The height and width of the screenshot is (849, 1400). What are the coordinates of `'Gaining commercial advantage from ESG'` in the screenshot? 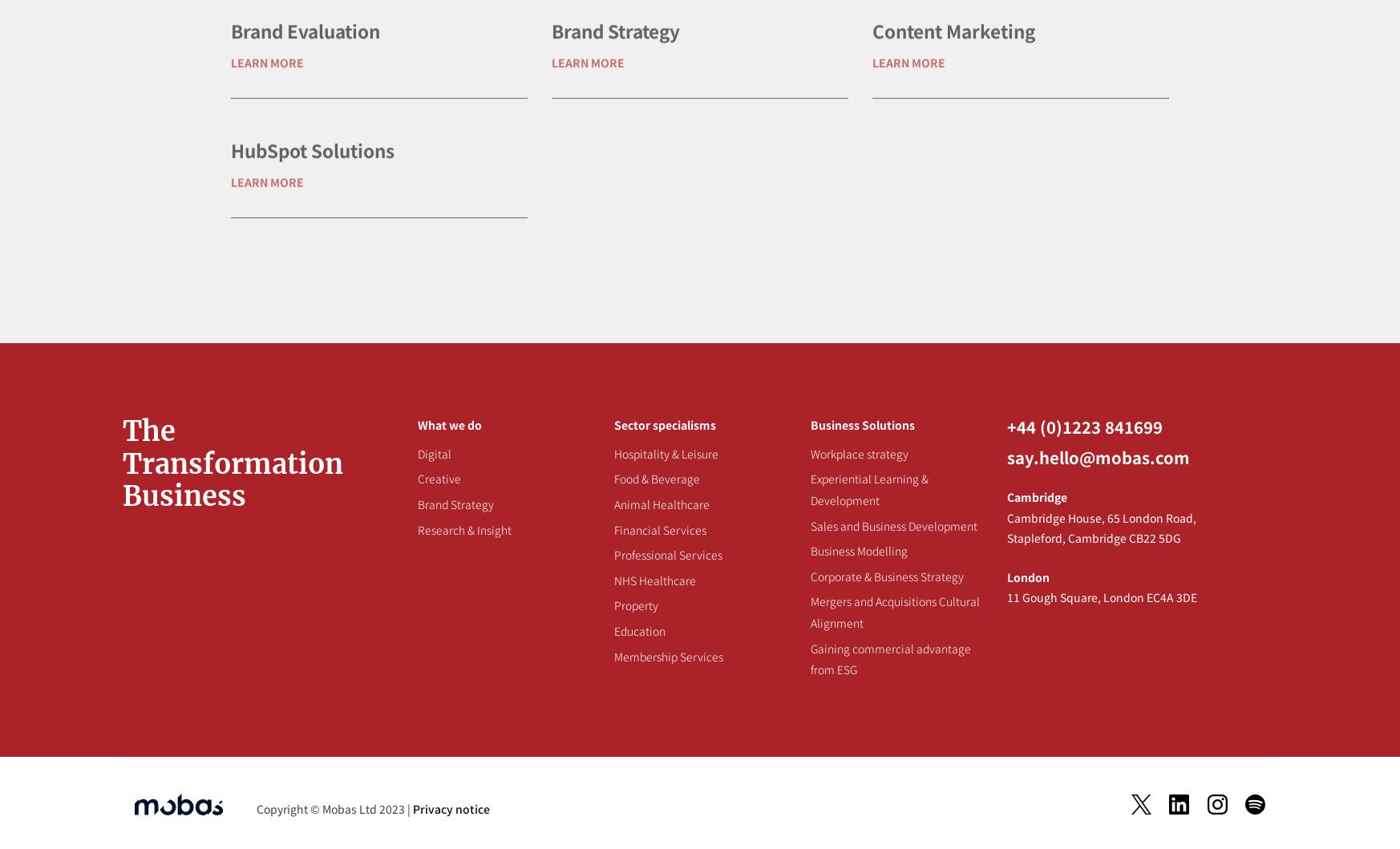 It's located at (888, 657).